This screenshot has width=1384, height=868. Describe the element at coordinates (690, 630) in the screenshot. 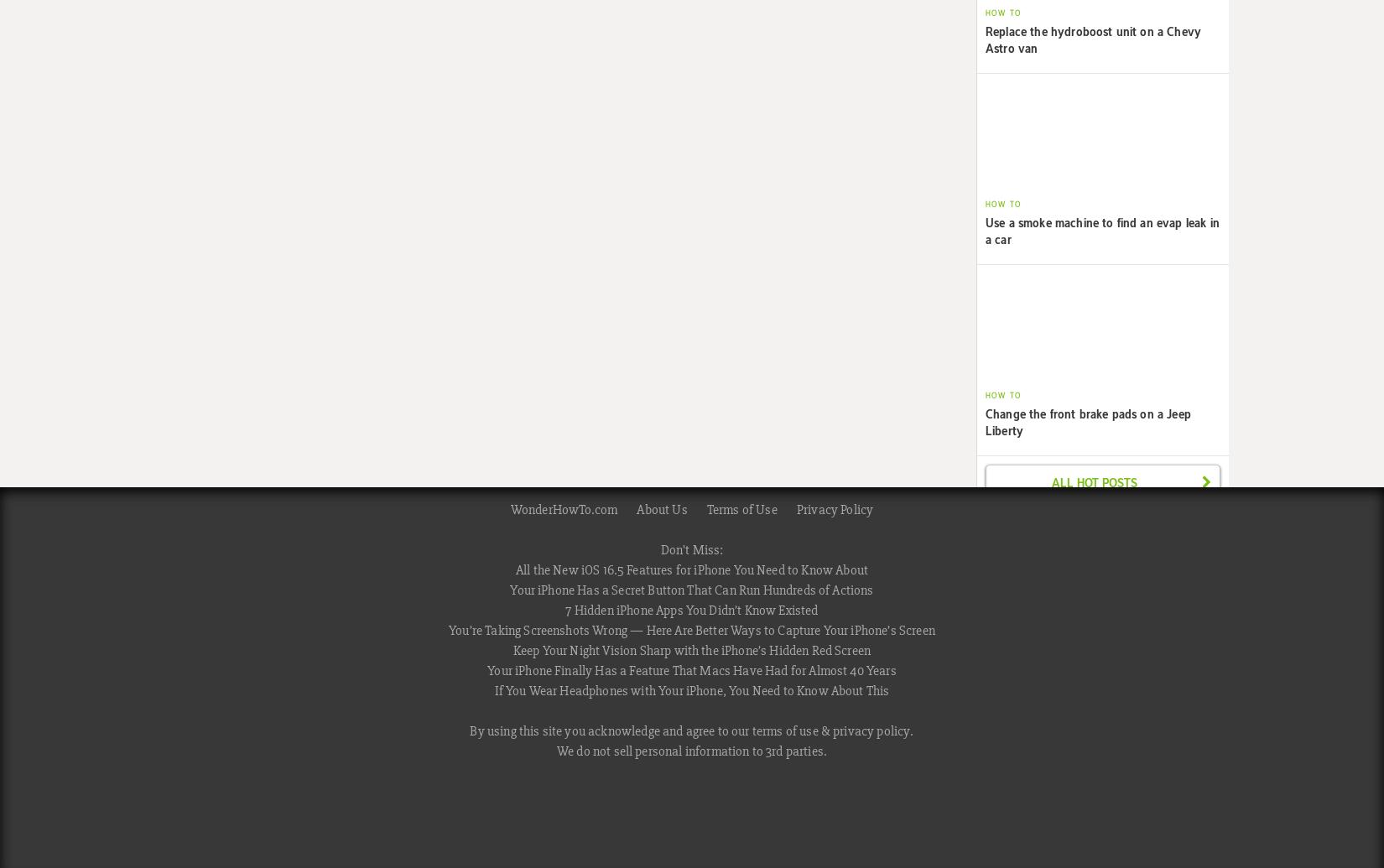

I see `'You’re Taking Screenshots Wrong — Here Are Better Ways to Capture Your iPhone’s Screen'` at that location.